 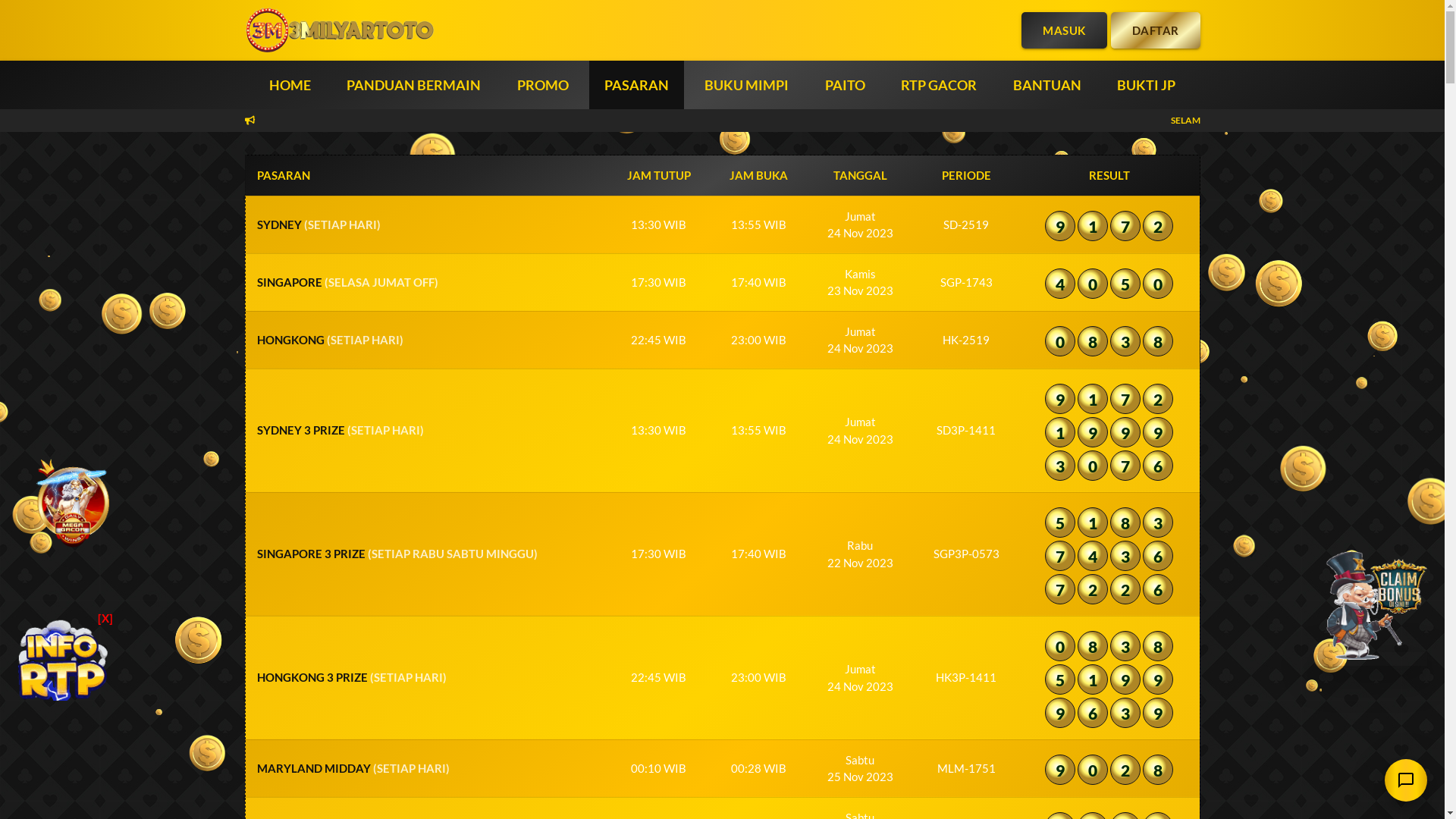 I want to click on 'HONGKONG 3 PRIZE (SETIAP HARI)', so click(x=350, y=676).